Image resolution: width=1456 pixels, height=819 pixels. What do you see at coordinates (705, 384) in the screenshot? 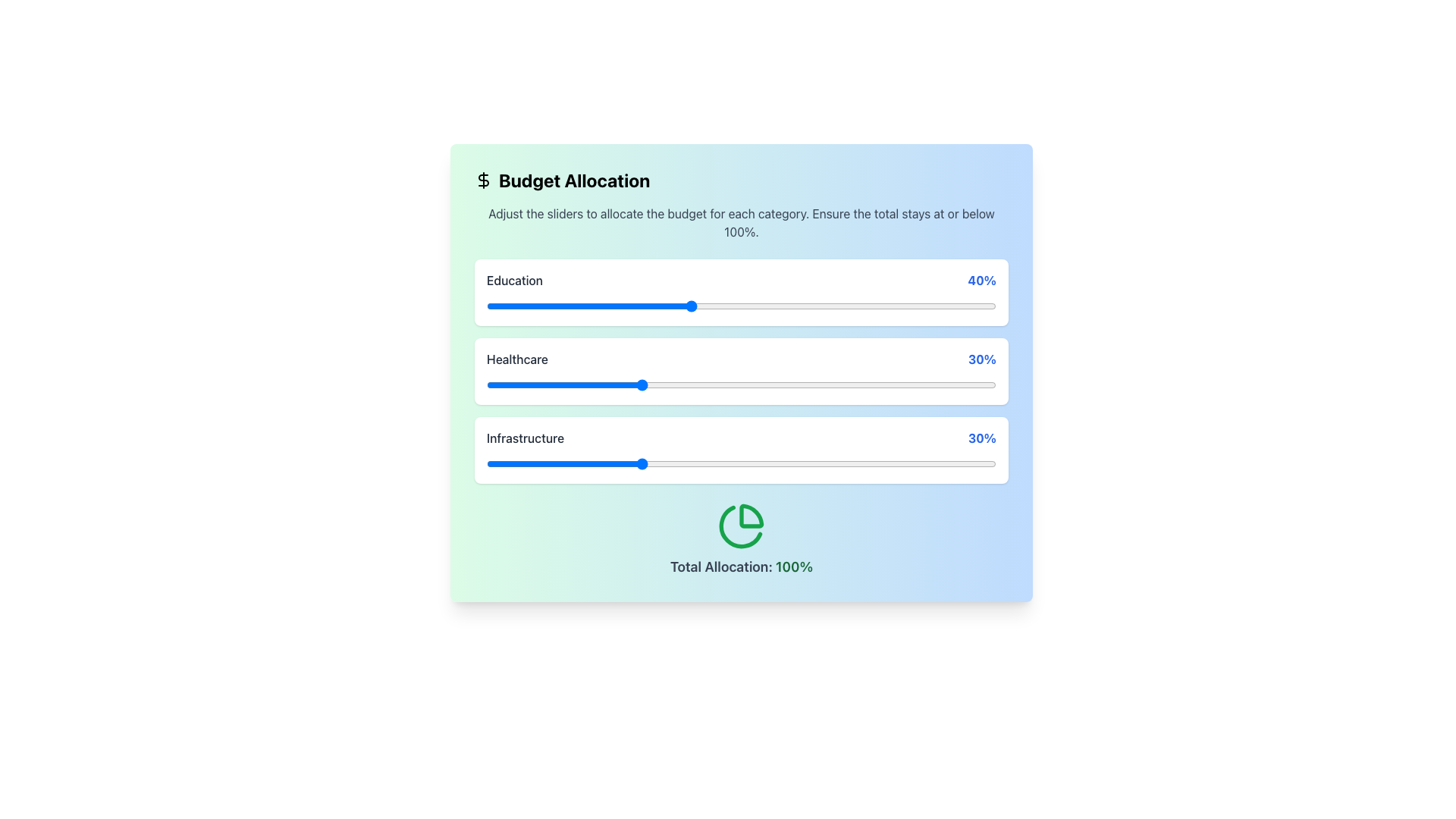
I see `healthcare allocation` at bounding box center [705, 384].